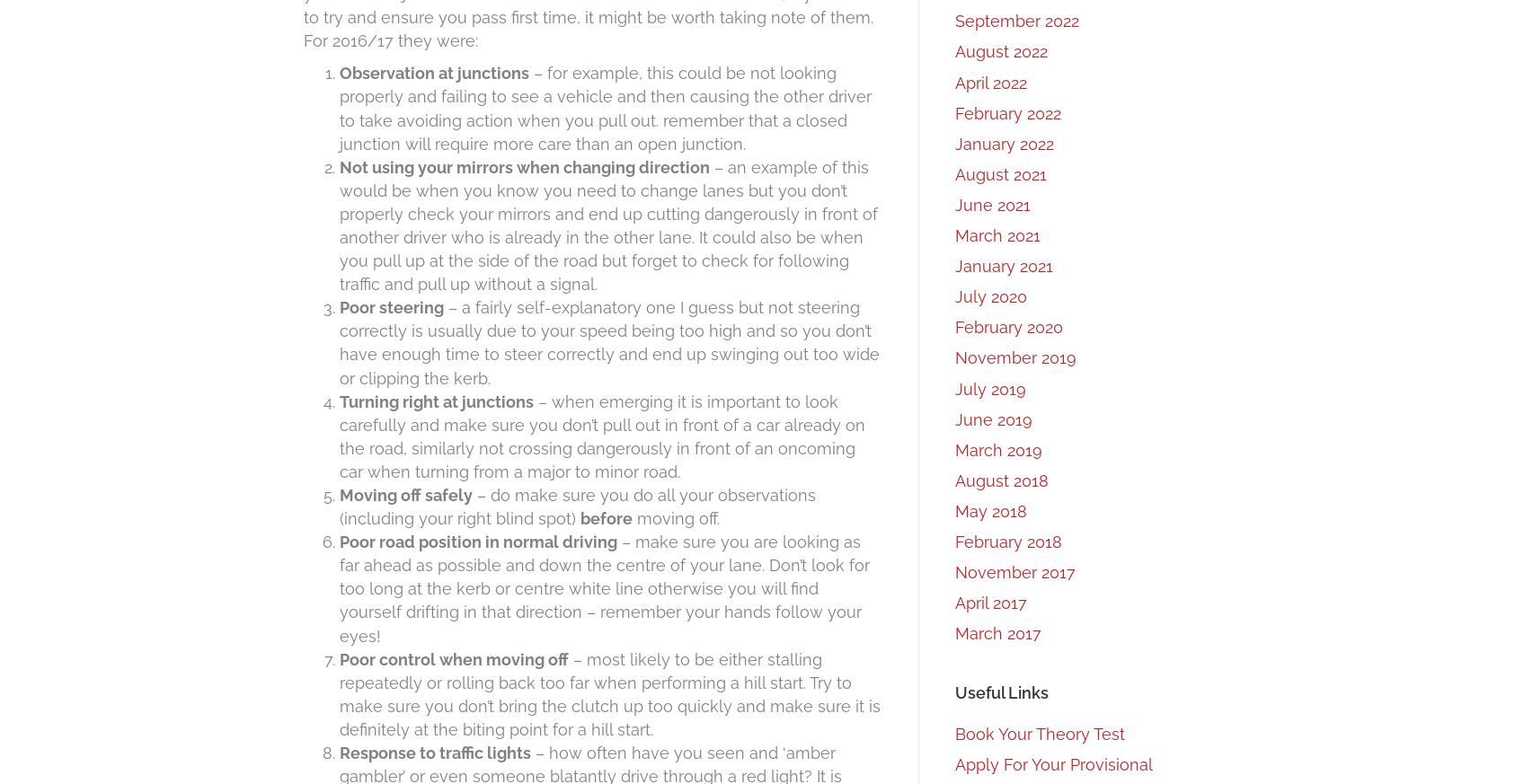  Describe the element at coordinates (1004, 143) in the screenshot. I see `'January 2022'` at that location.